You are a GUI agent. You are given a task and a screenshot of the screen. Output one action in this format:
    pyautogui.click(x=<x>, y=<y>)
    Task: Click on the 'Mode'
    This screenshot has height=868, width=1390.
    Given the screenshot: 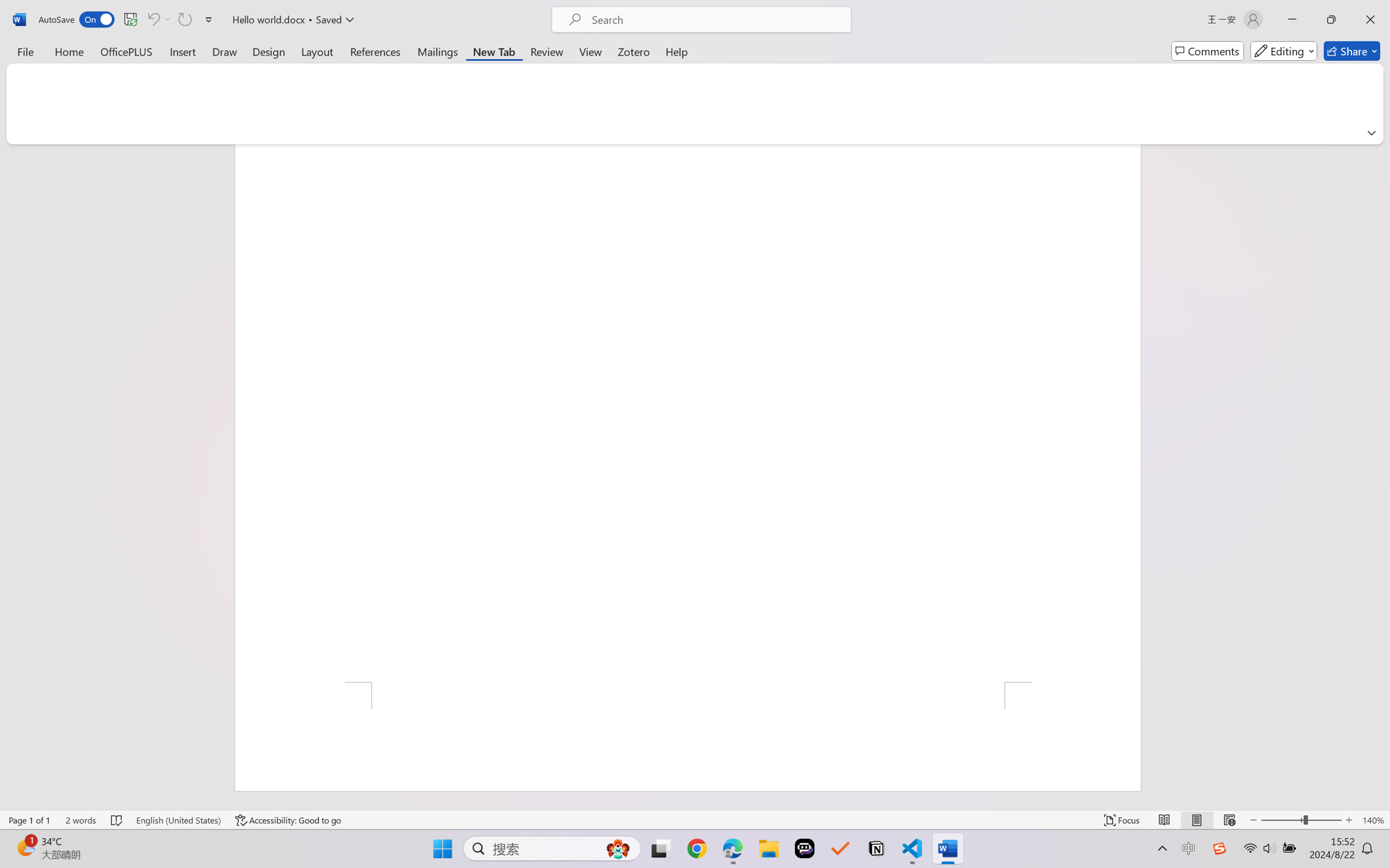 What is the action you would take?
    pyautogui.click(x=1284, y=51)
    